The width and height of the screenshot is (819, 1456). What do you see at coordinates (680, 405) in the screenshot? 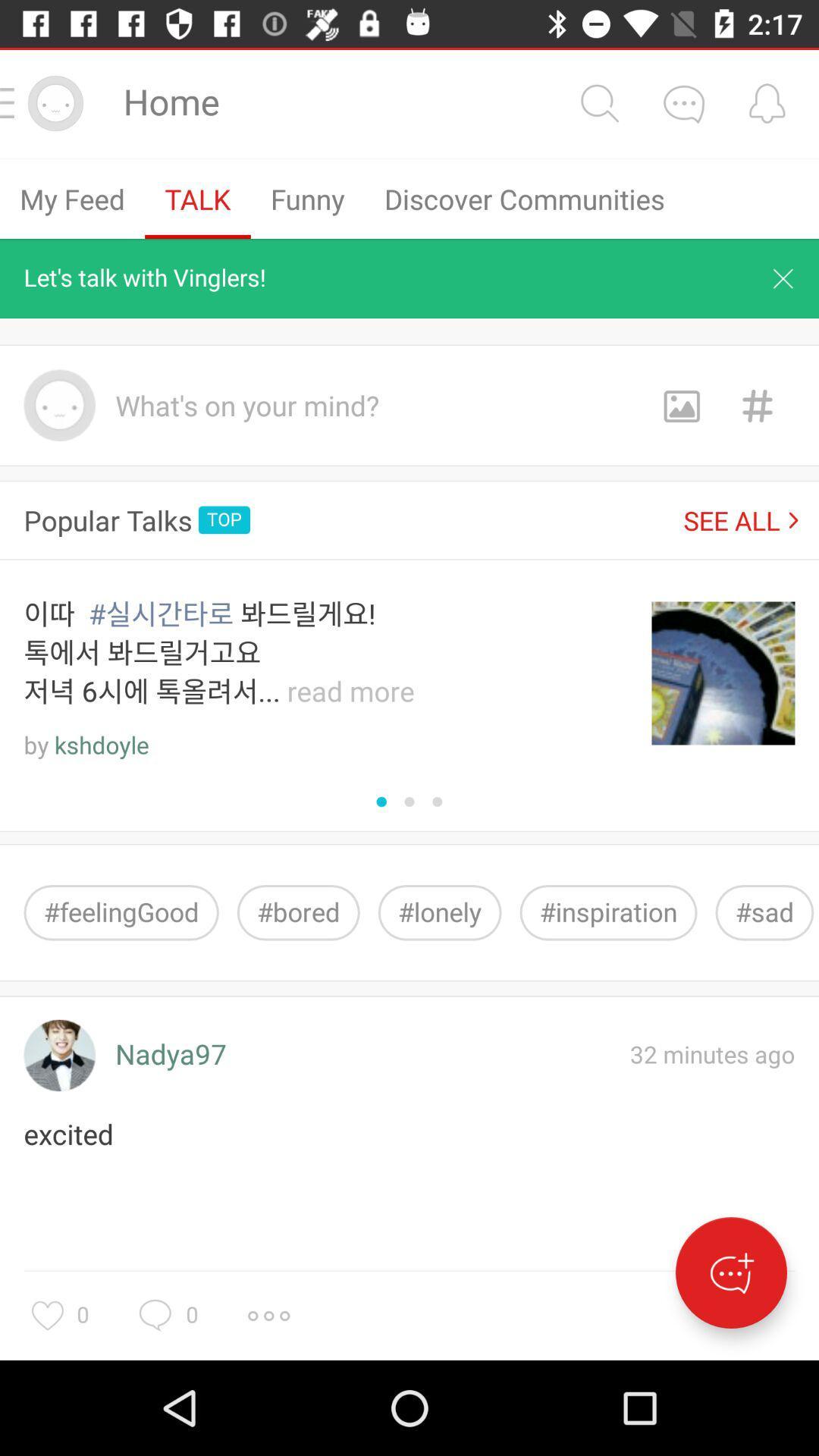
I see `picture option` at bounding box center [680, 405].